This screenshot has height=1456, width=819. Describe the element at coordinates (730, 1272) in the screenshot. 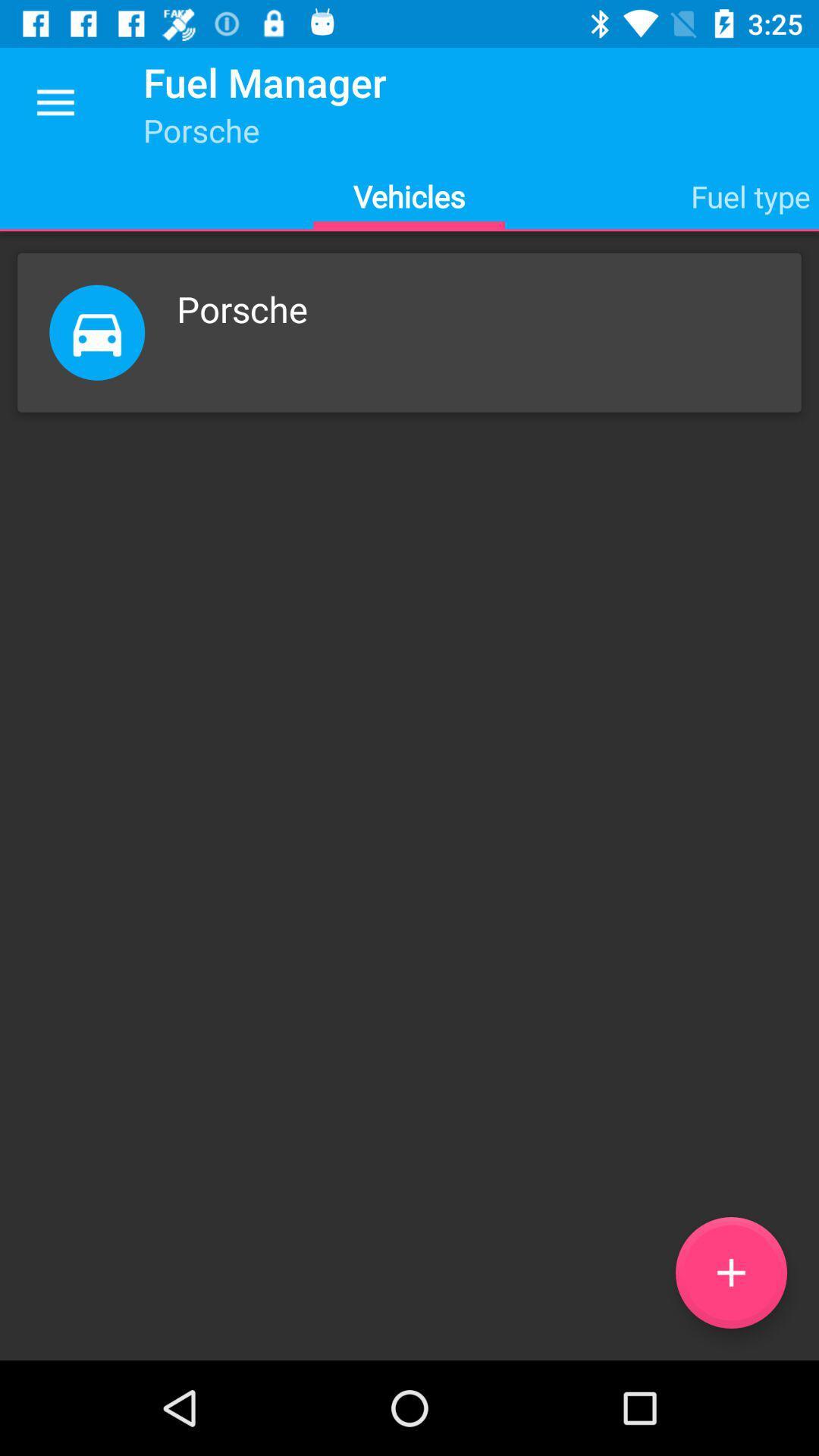

I see `another element` at that location.